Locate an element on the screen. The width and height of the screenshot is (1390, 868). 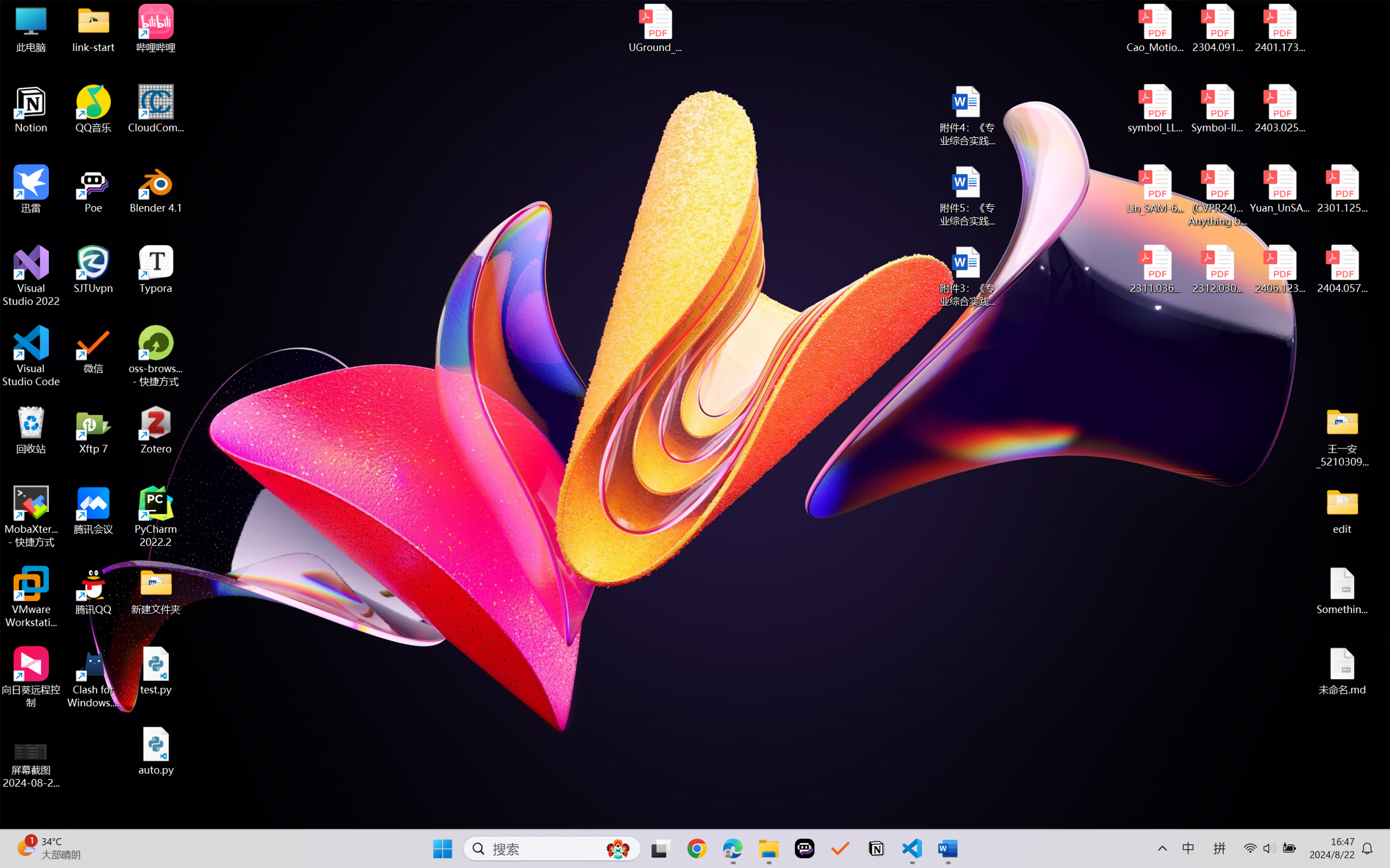
'2301.12597v3.pdf' is located at coordinates (1341, 188).